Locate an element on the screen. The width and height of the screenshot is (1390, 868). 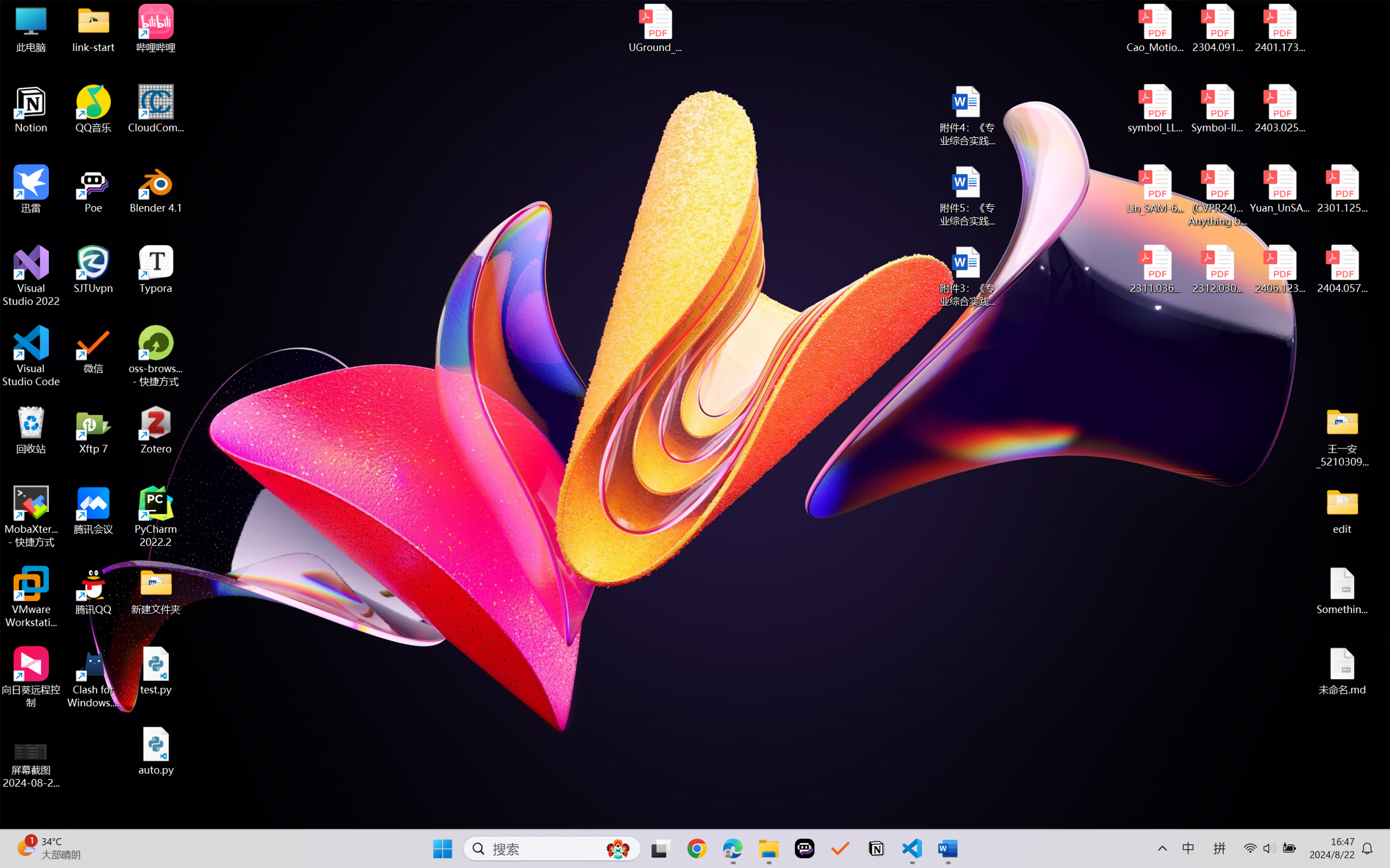
'2301.12597v3.pdf' is located at coordinates (1341, 188).